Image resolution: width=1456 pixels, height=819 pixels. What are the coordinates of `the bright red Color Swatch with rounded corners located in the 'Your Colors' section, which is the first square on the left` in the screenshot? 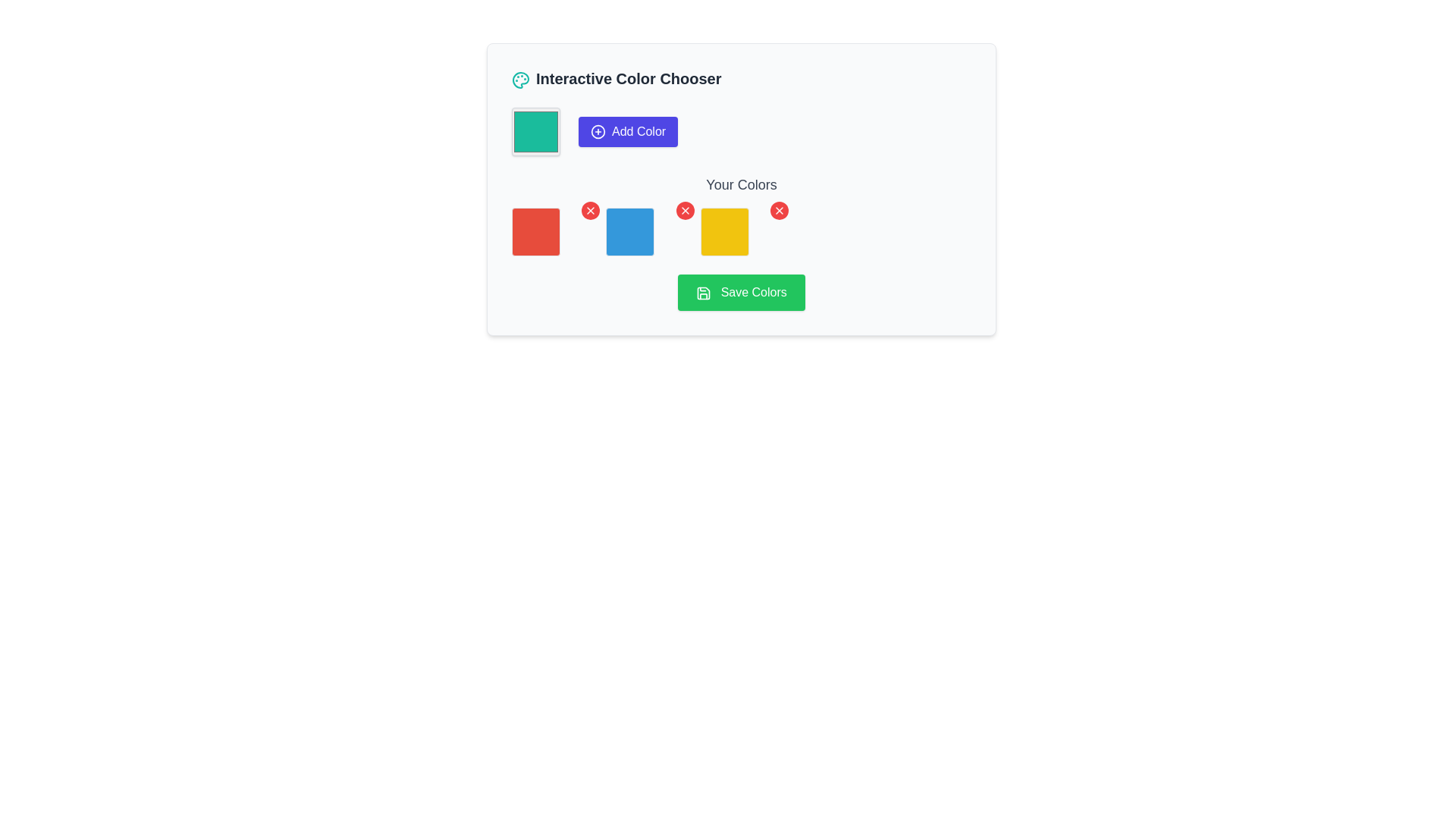 It's located at (535, 231).